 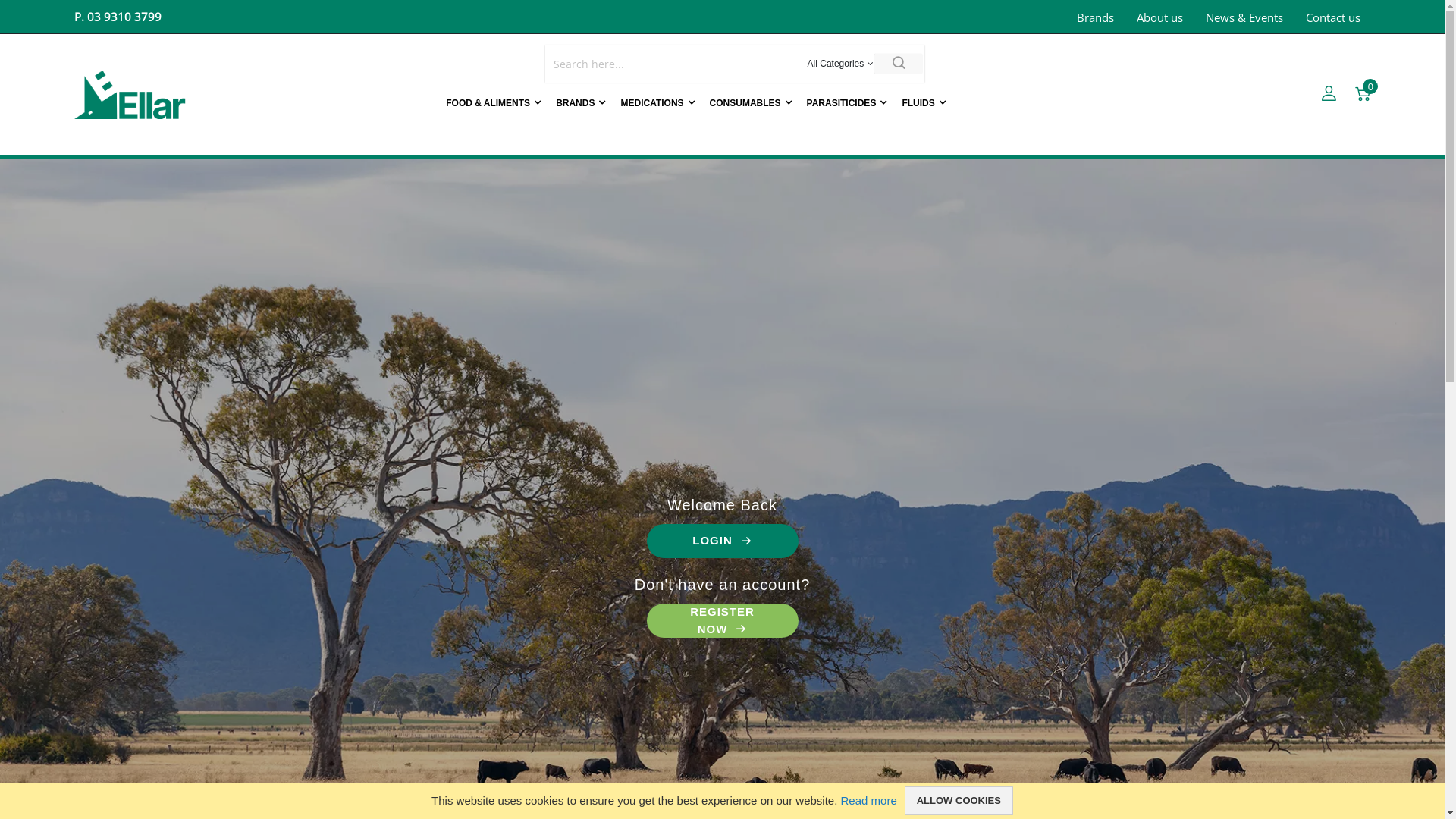 I want to click on 'Ellar Laboratories', so click(x=130, y=94).